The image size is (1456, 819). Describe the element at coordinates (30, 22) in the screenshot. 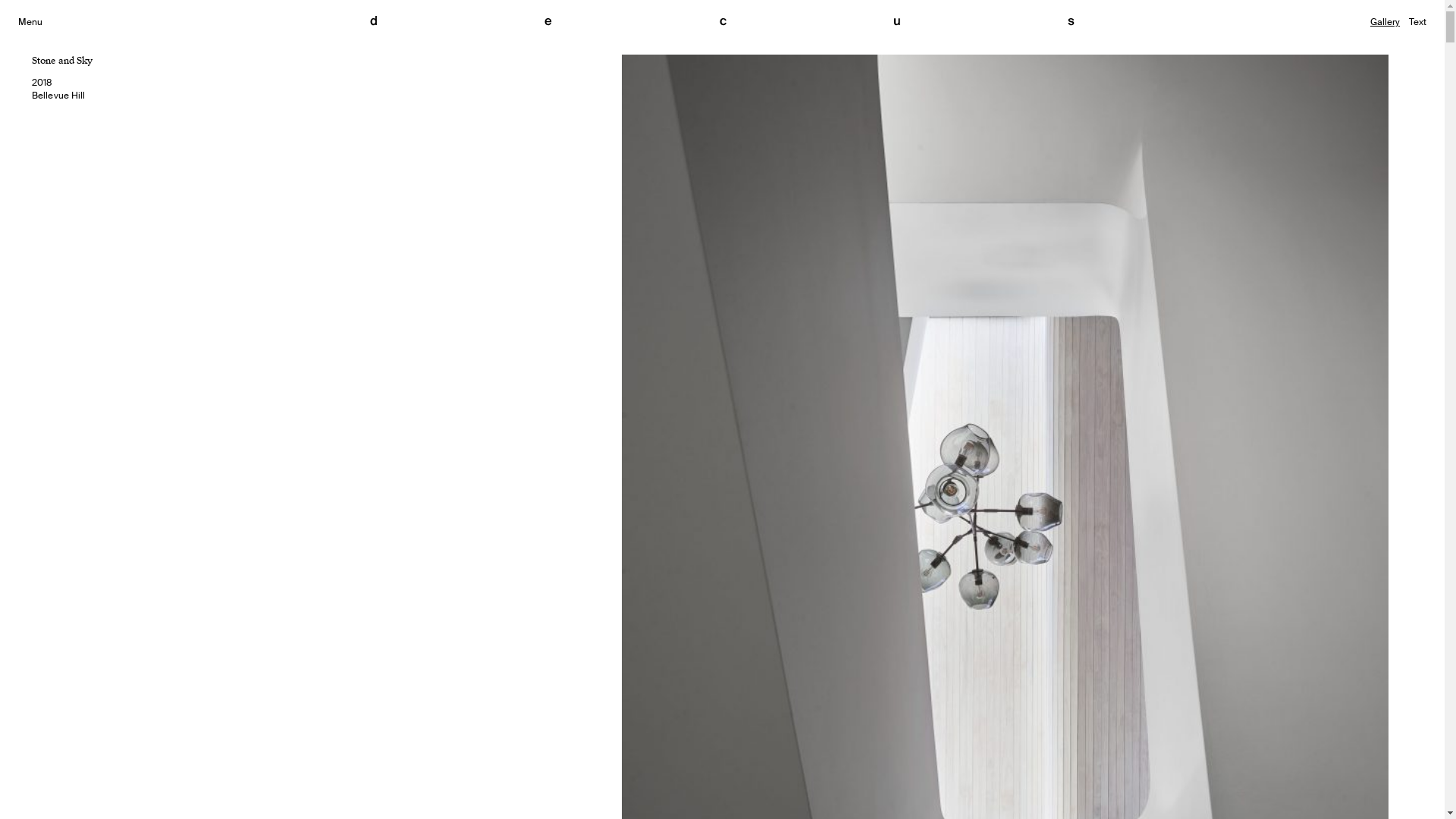

I see `'Menu'` at that location.